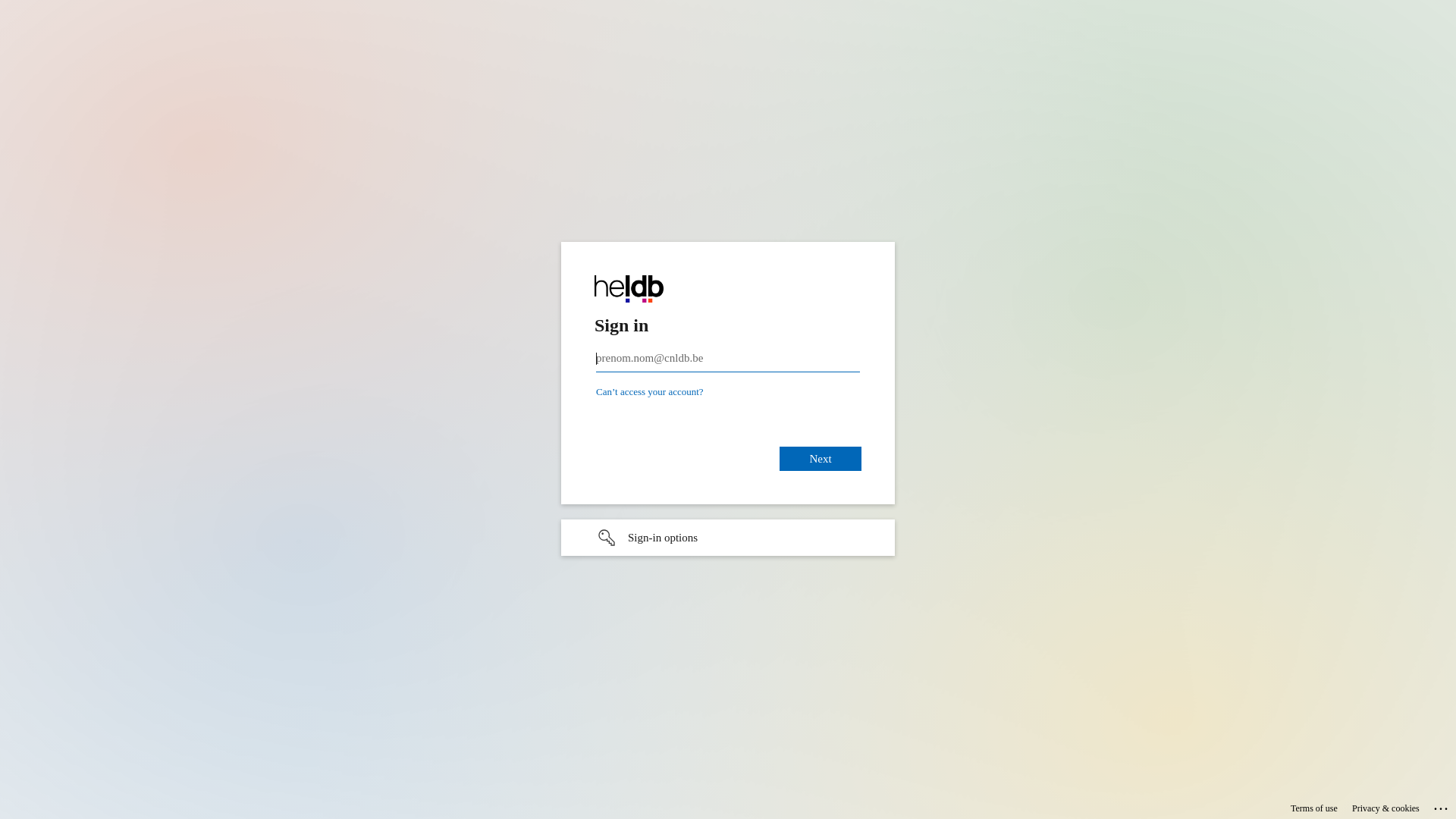 This screenshot has height=819, width=1456. I want to click on '...', so click(1441, 805).